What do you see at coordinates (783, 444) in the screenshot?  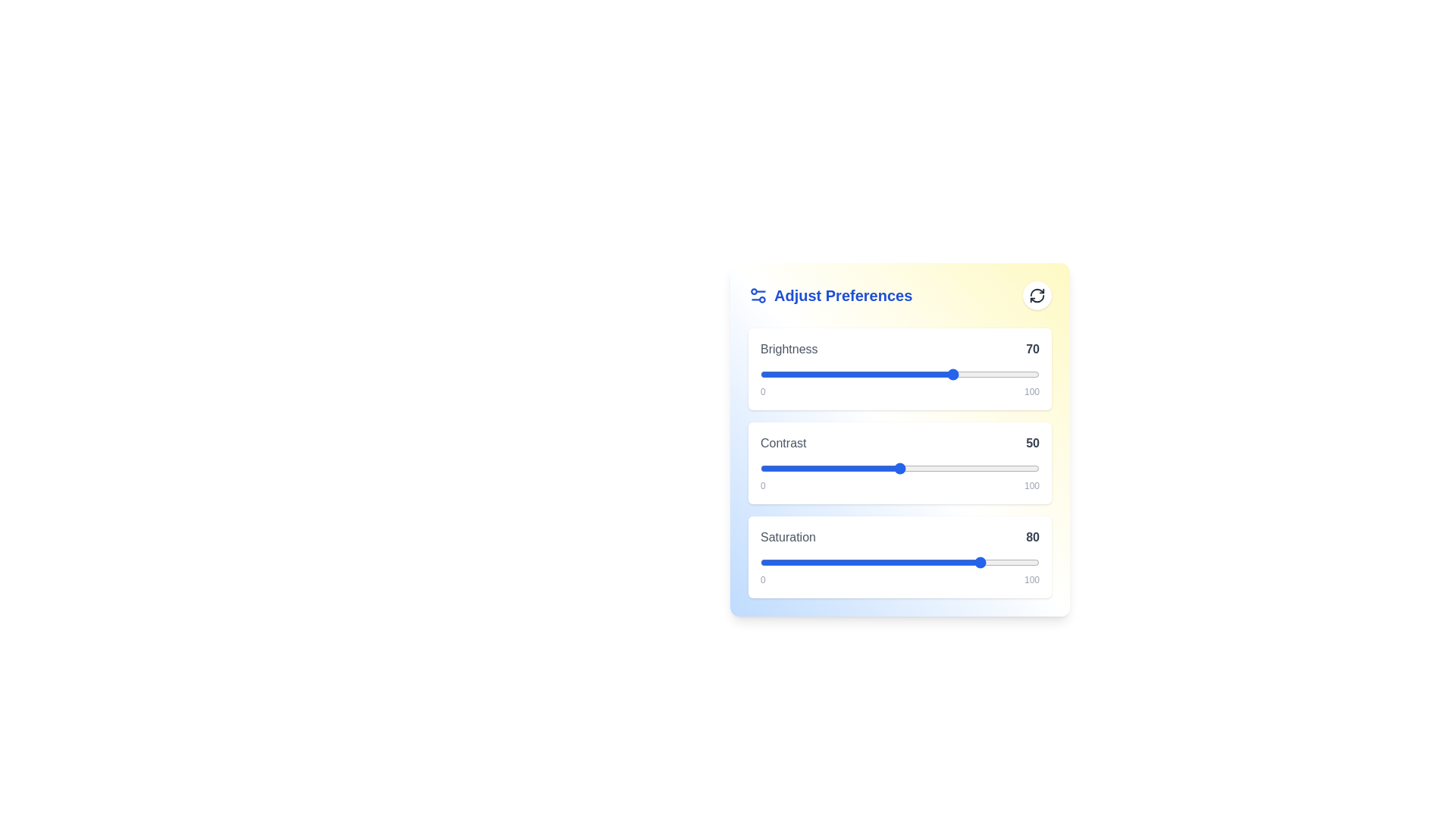 I see `the descriptive text label for the contrast adjustment slider, located to the left of the numeric value '50' and above the slider control` at bounding box center [783, 444].